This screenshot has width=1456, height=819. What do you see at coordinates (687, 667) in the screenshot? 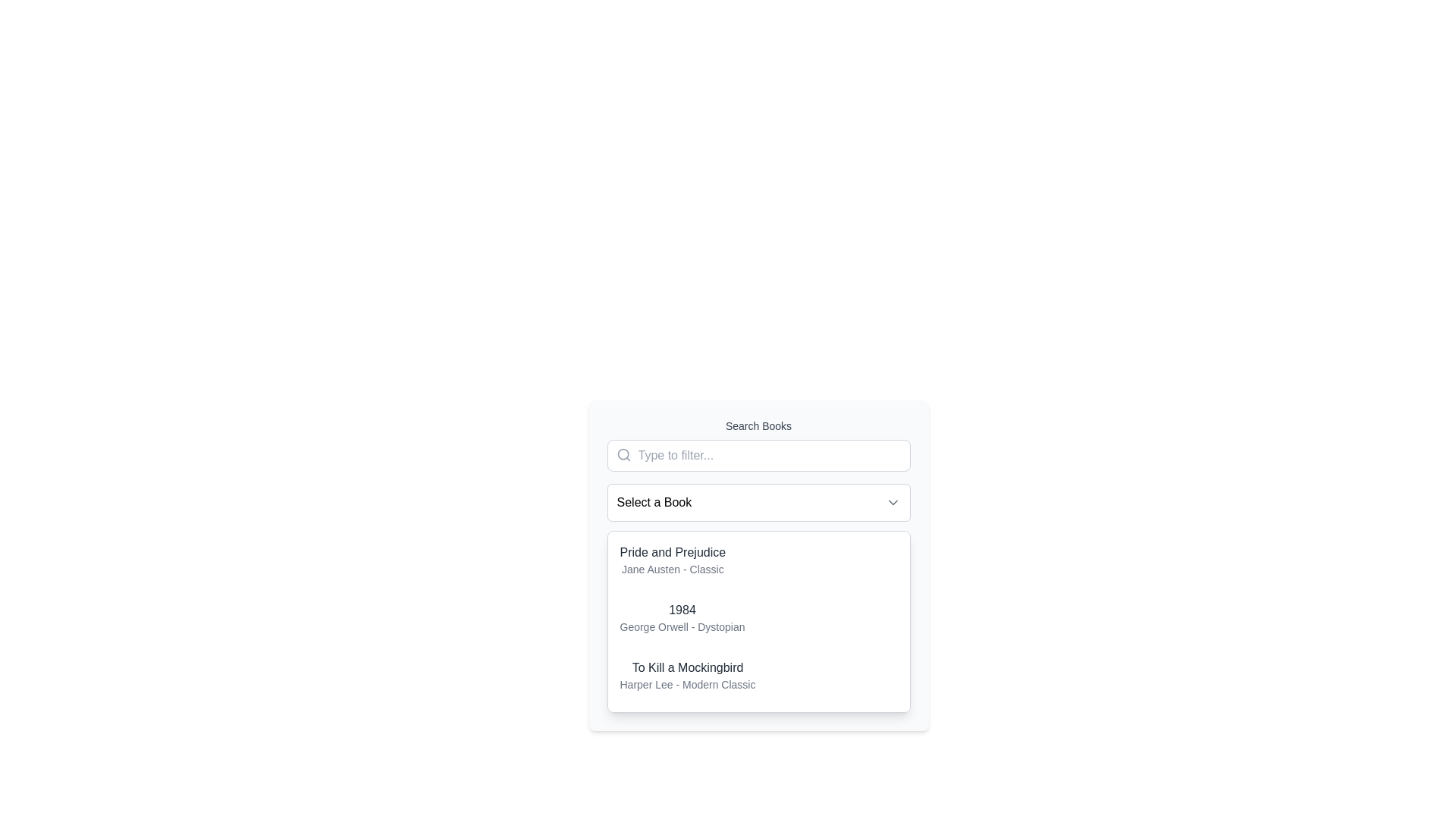
I see `the text label for the last book entry in the 'Select a Book' list, which is positioned above the subtitle 'Harper Lee - Modern Classic'` at bounding box center [687, 667].